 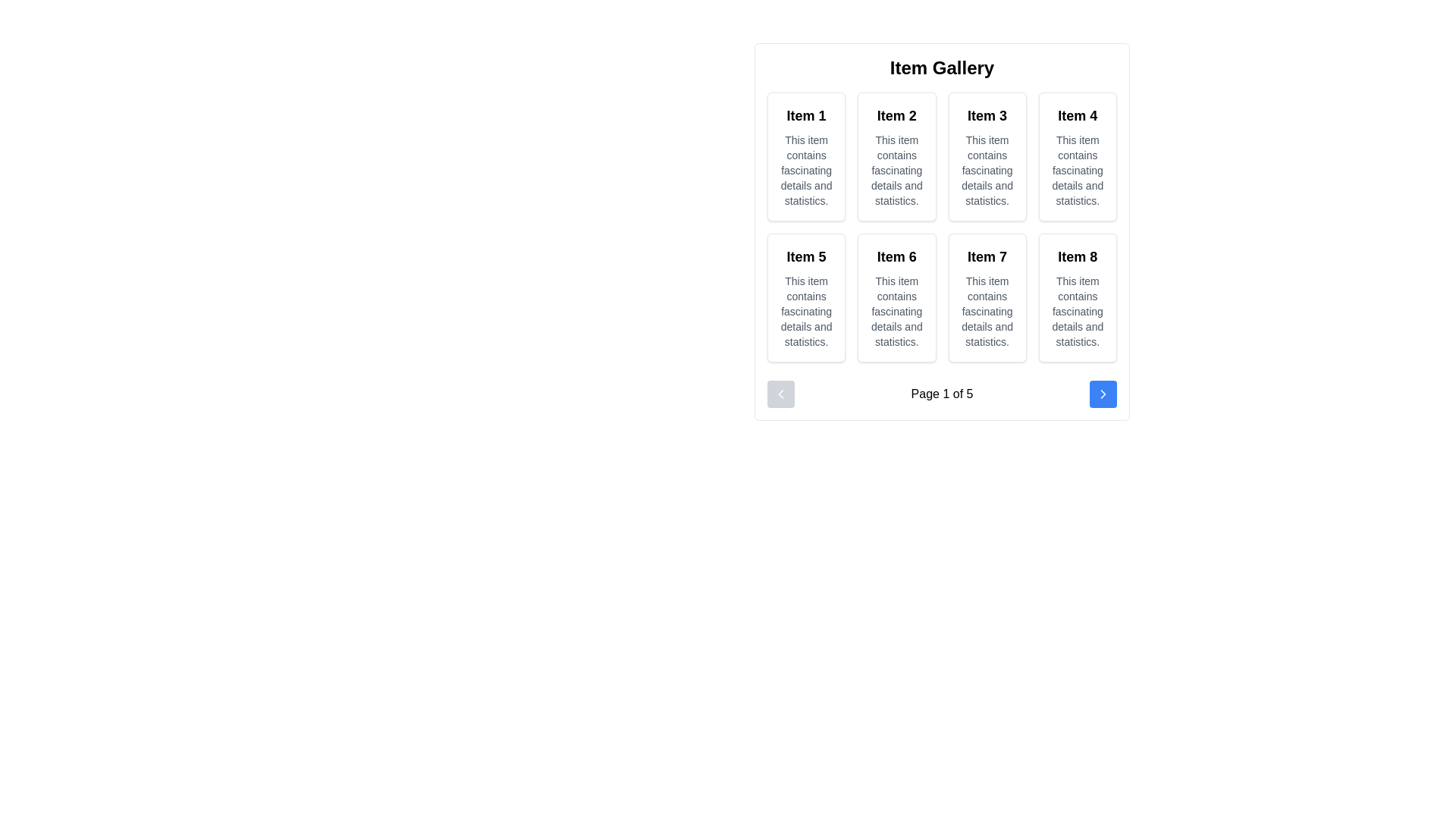 What do you see at coordinates (896, 311) in the screenshot?
I see `the descriptive text block displaying 'This item contains fascinating details and statistics.' located in the card labeled 'Item 6' in the second row, second column of the grid layout` at bounding box center [896, 311].